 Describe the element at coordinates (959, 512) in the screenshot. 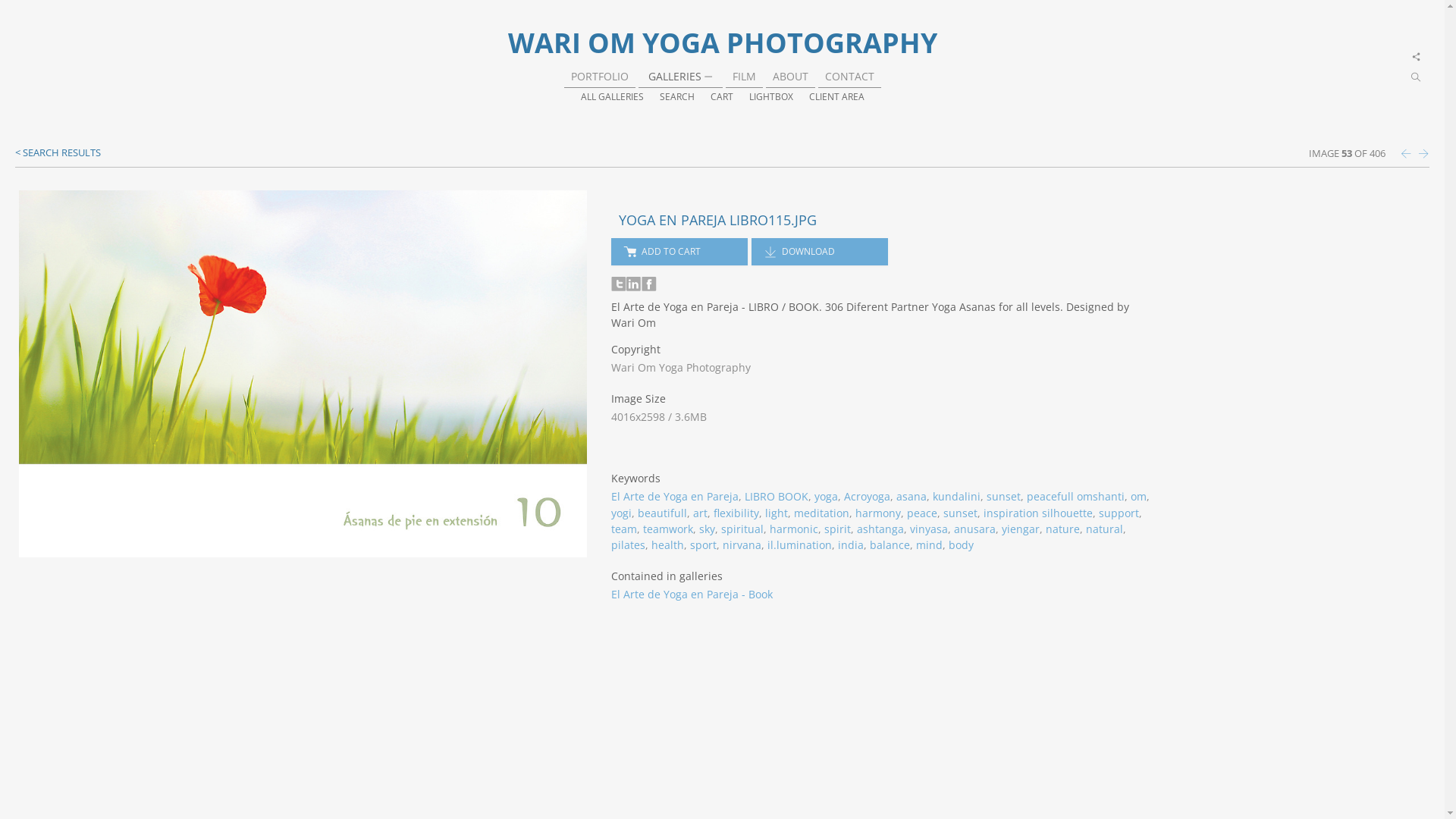

I see `'sunset'` at that location.